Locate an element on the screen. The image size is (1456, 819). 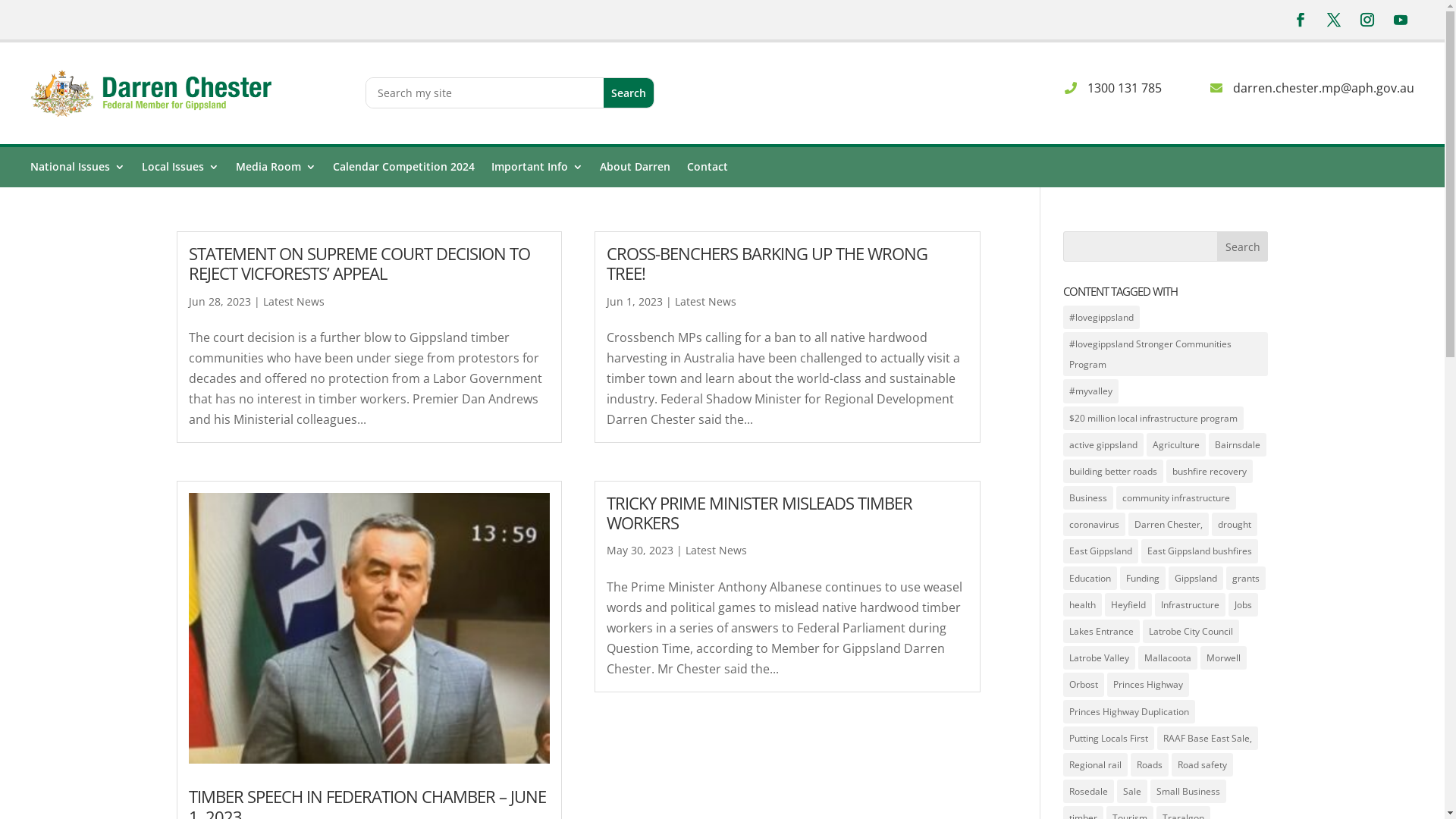
'Agriculture' is located at coordinates (1175, 444).